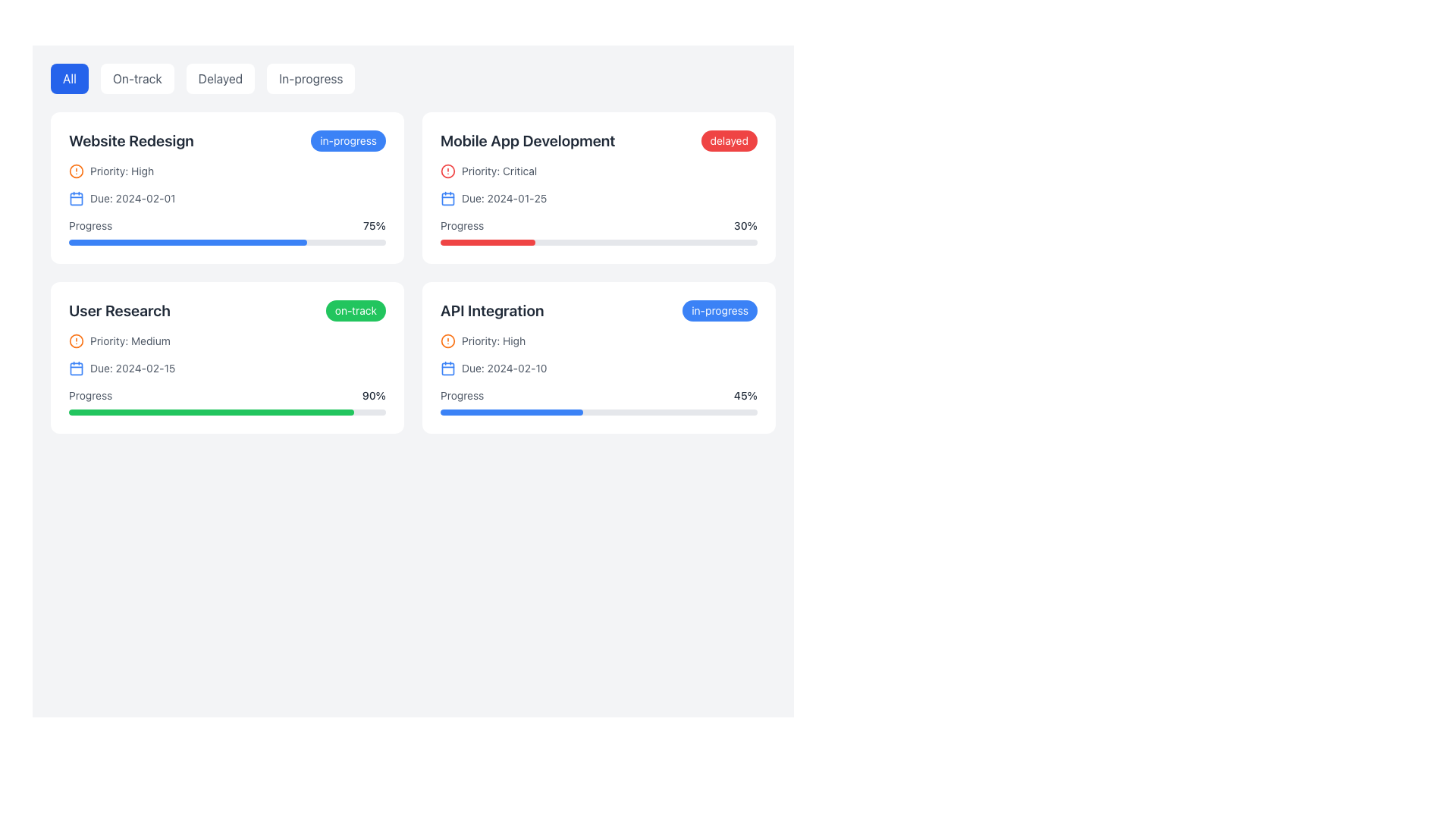  I want to click on the priority level indicated by the 'Critical' Informational Label with Icon located in the 'Mobile App Development' section, so click(598, 171).